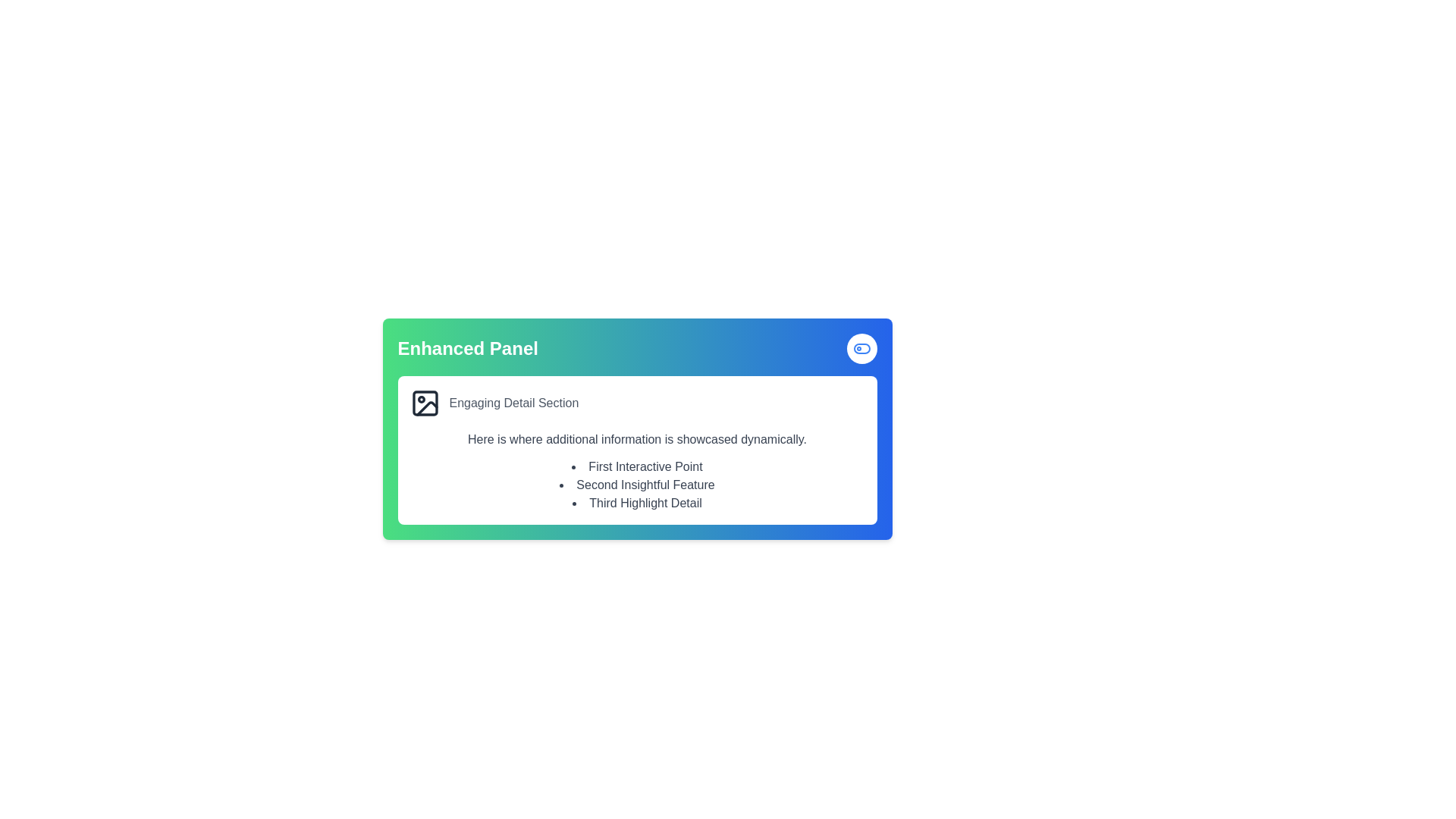  I want to click on the small circular button with a white background and a toggle-like icon in the top-right corner of the 'Enhanced Panel', so click(861, 348).